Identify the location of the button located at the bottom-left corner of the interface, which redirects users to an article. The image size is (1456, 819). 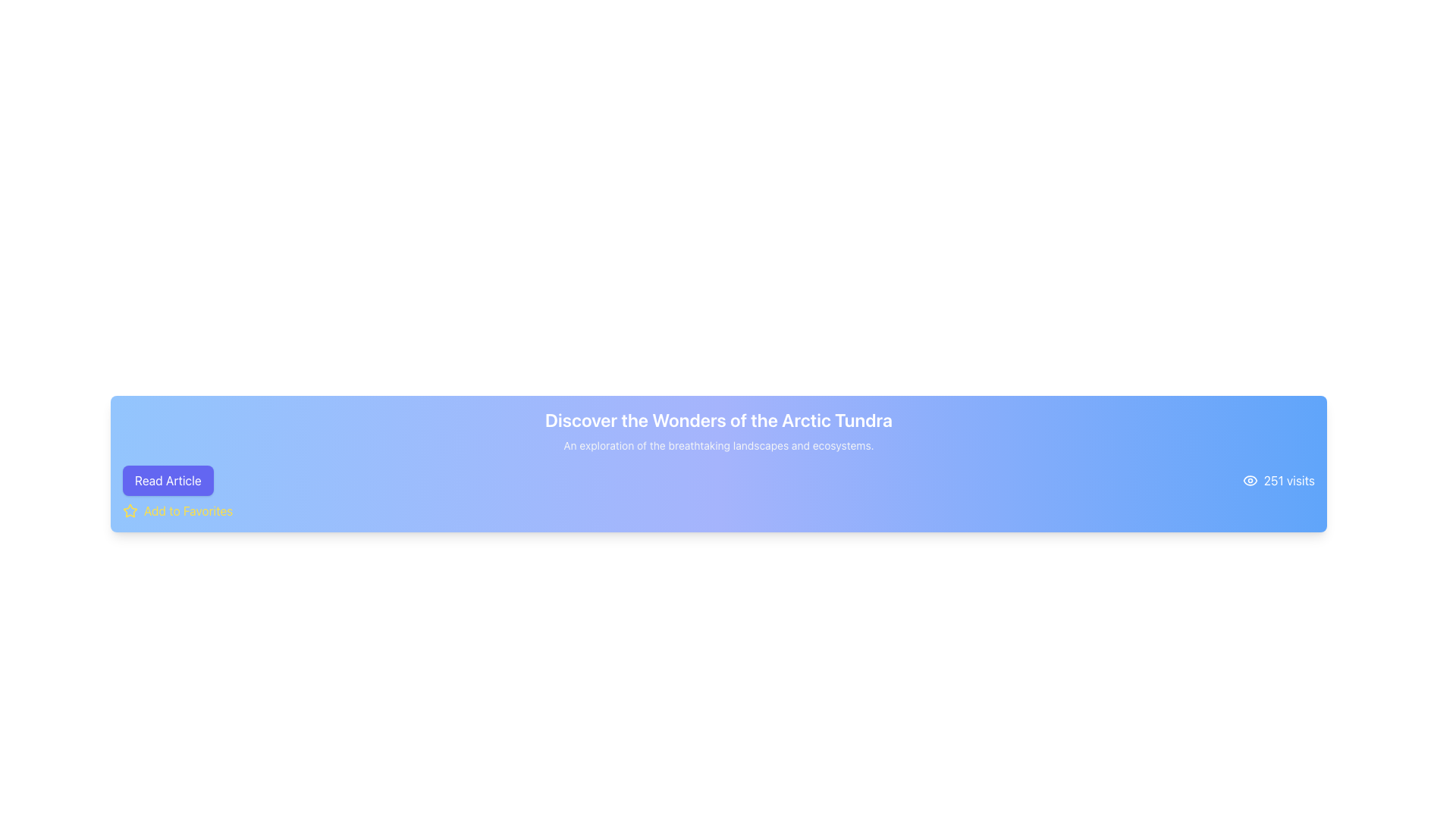
(168, 480).